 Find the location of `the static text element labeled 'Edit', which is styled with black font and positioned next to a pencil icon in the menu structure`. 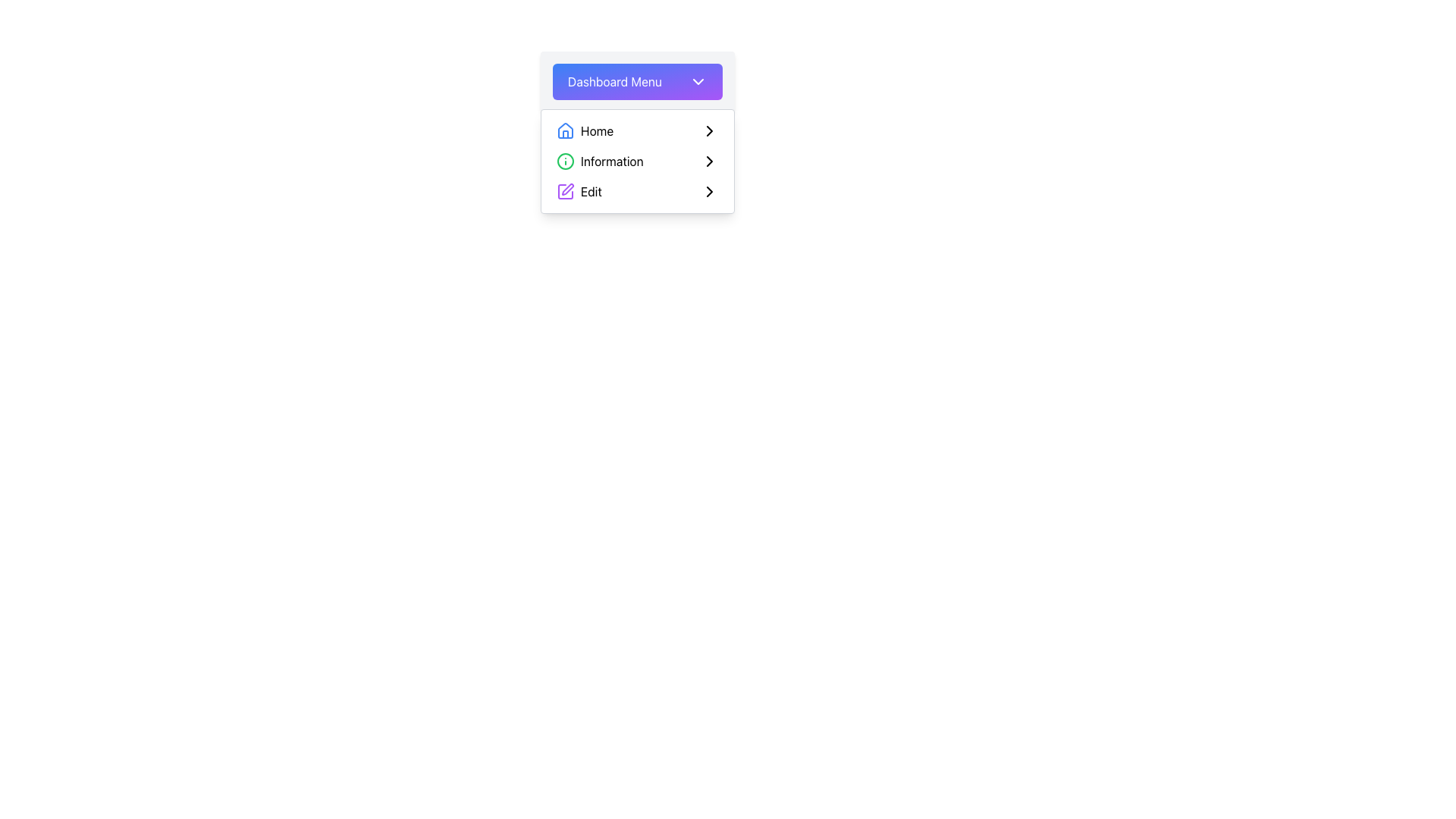

the static text element labeled 'Edit', which is styled with black font and positioned next to a pencil icon in the menu structure is located at coordinates (590, 191).